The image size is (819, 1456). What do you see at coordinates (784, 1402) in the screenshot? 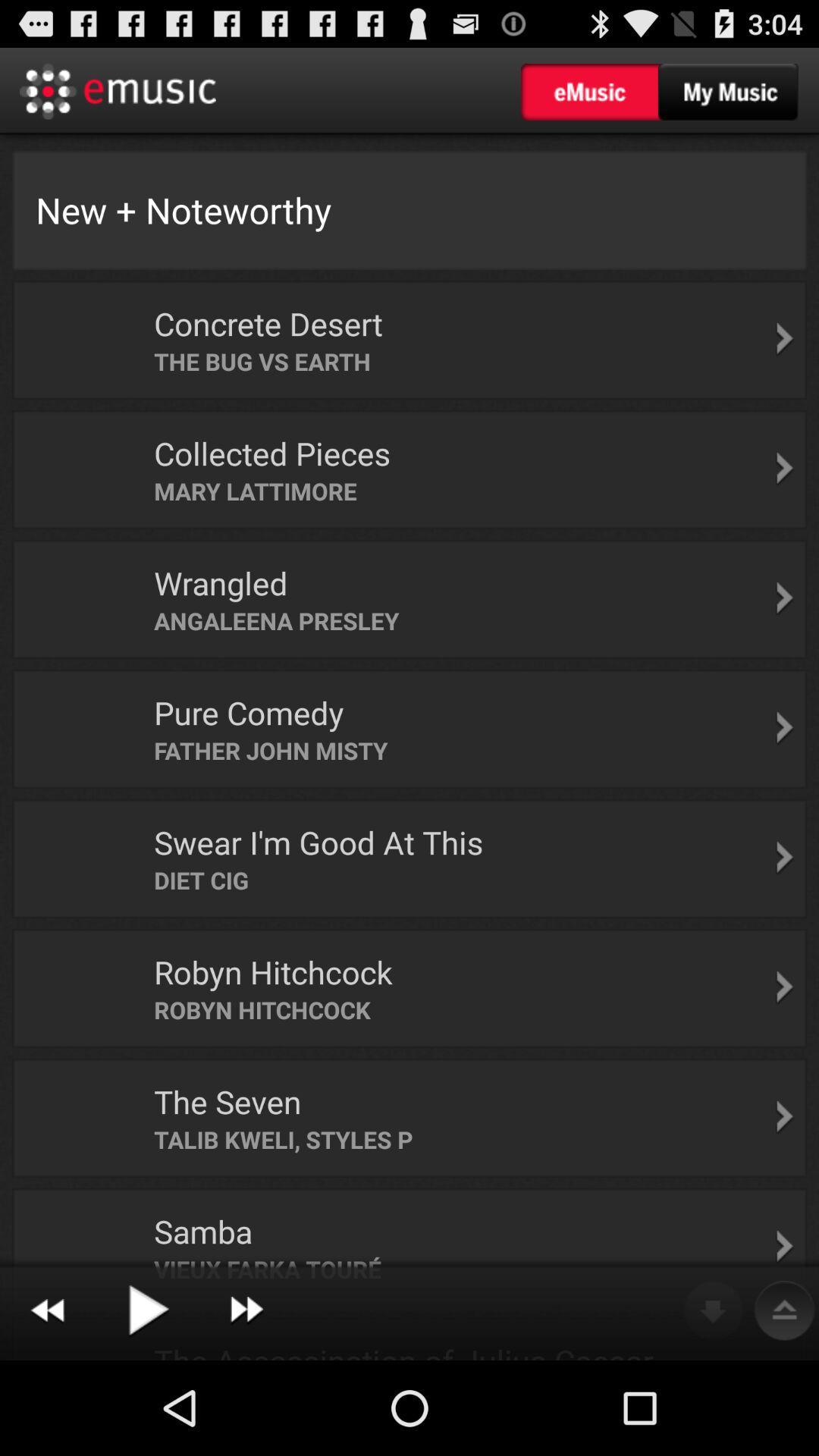
I see `the expand_less icon` at bounding box center [784, 1402].